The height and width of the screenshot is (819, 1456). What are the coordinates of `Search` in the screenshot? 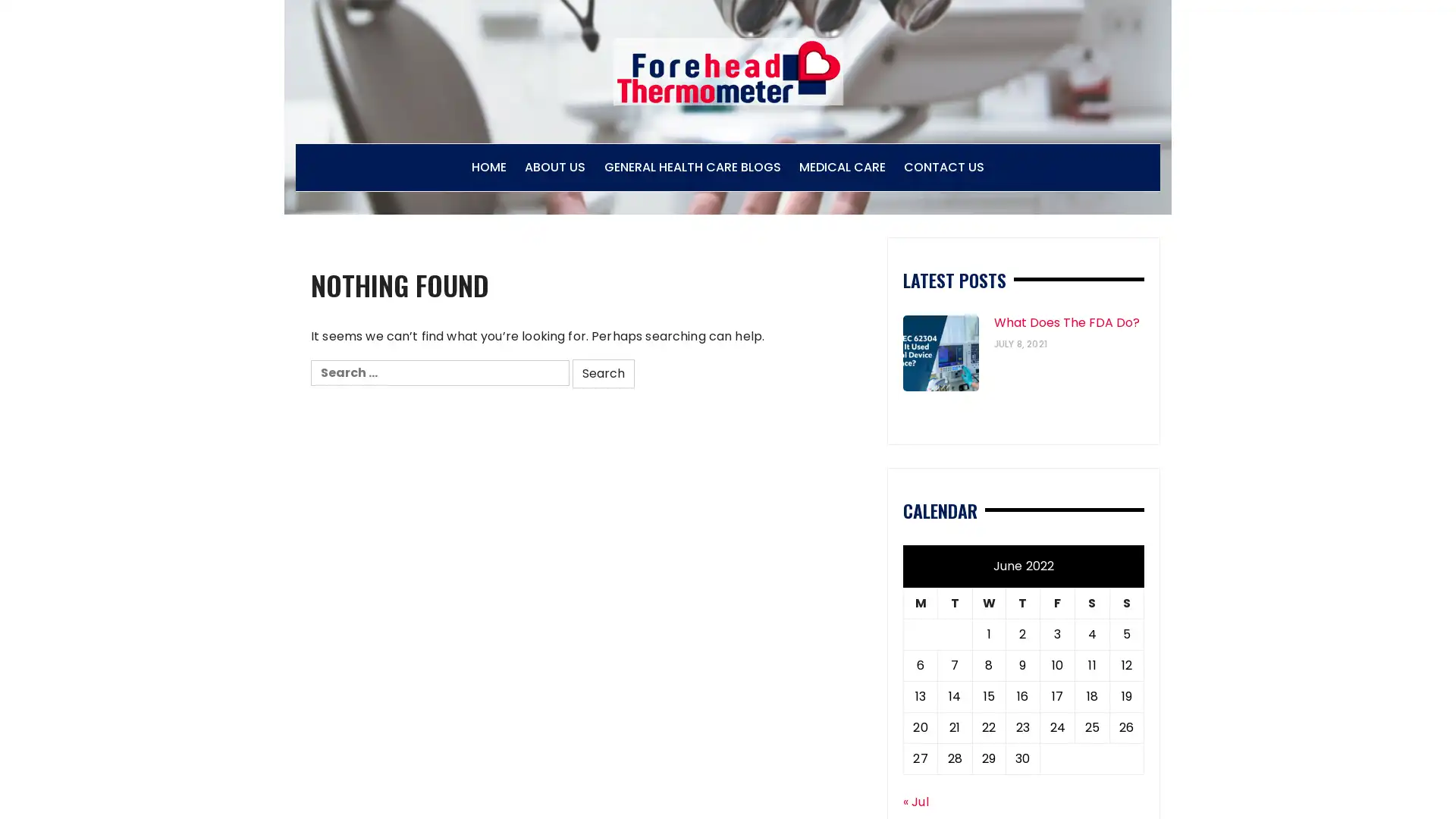 It's located at (603, 373).